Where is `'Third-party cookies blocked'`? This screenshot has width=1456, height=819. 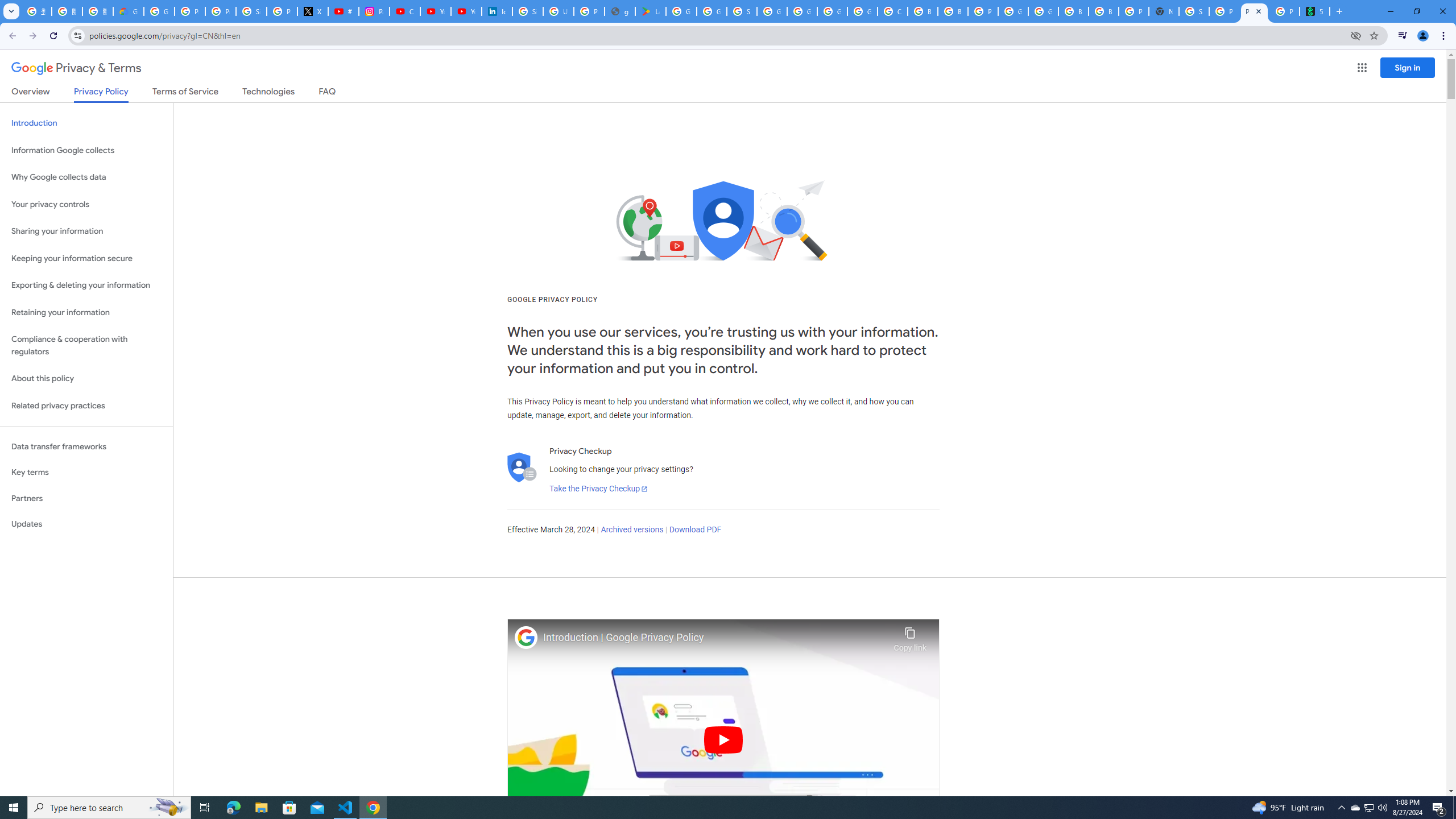
'Third-party cookies blocked' is located at coordinates (1356, 35).